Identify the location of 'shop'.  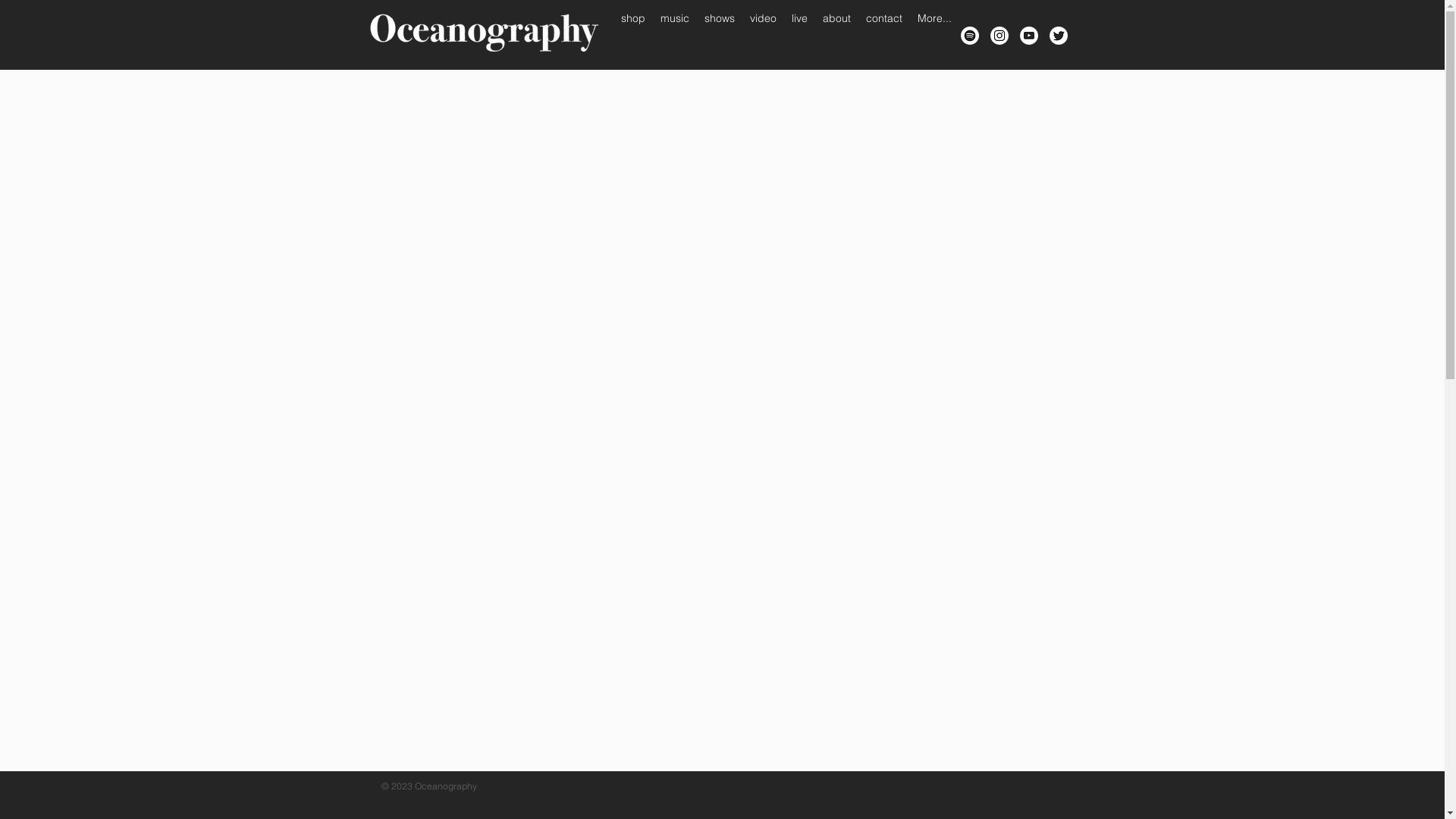
(632, 34).